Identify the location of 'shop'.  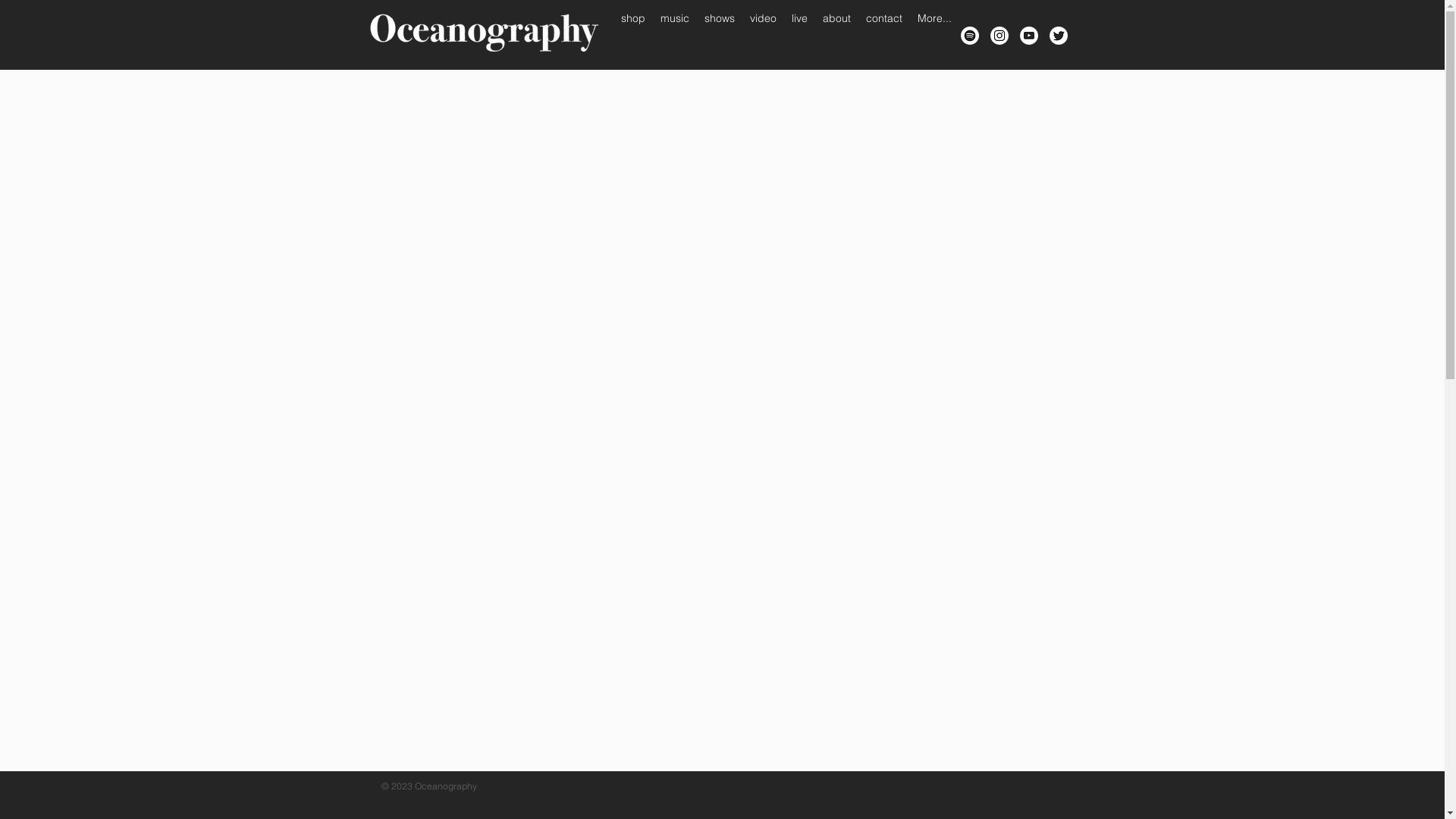
(632, 34).